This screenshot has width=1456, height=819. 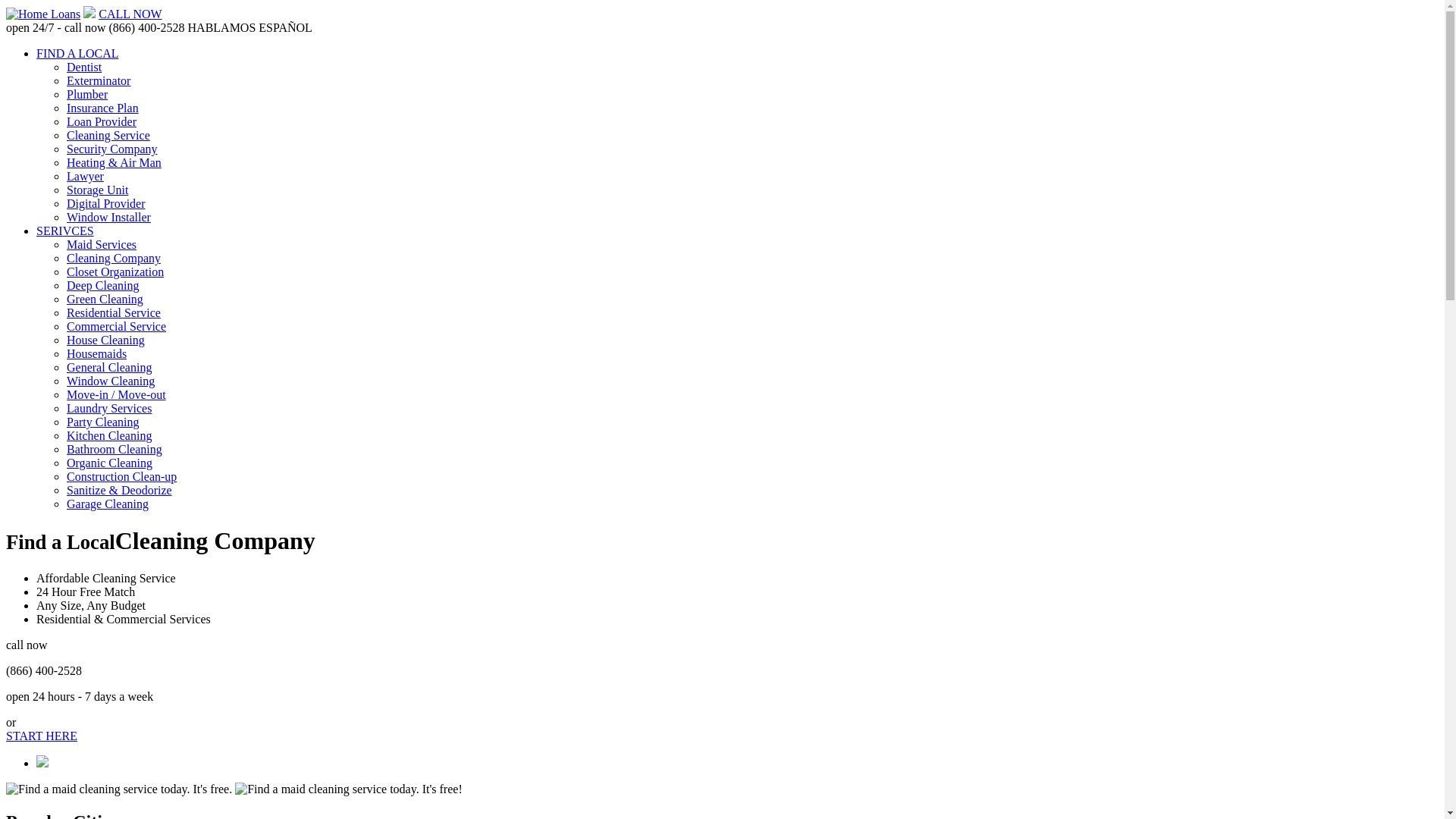 What do you see at coordinates (102, 285) in the screenshot?
I see `'Deep Cleaning'` at bounding box center [102, 285].